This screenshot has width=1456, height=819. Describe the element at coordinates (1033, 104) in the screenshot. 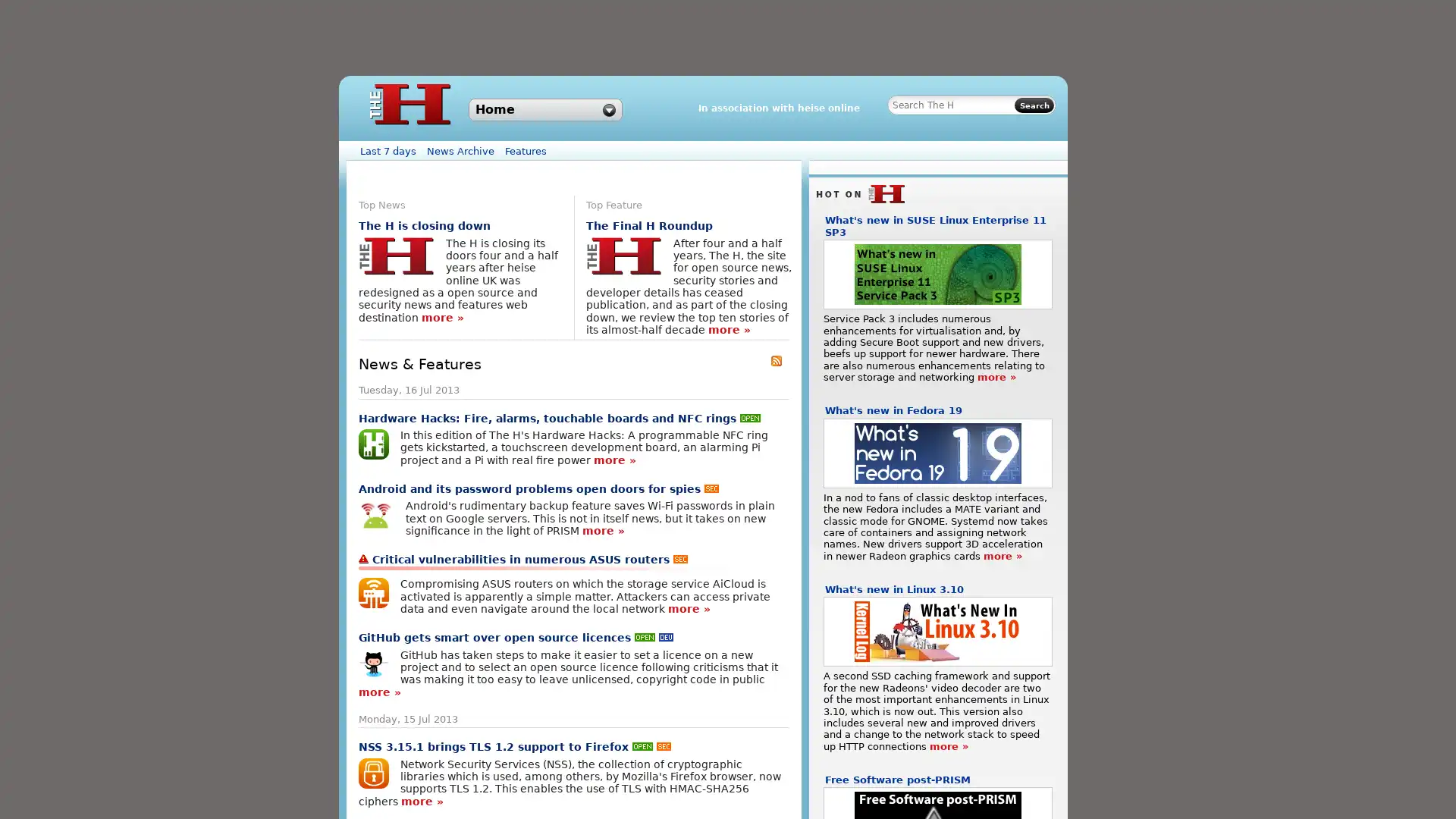

I see `Search` at that location.